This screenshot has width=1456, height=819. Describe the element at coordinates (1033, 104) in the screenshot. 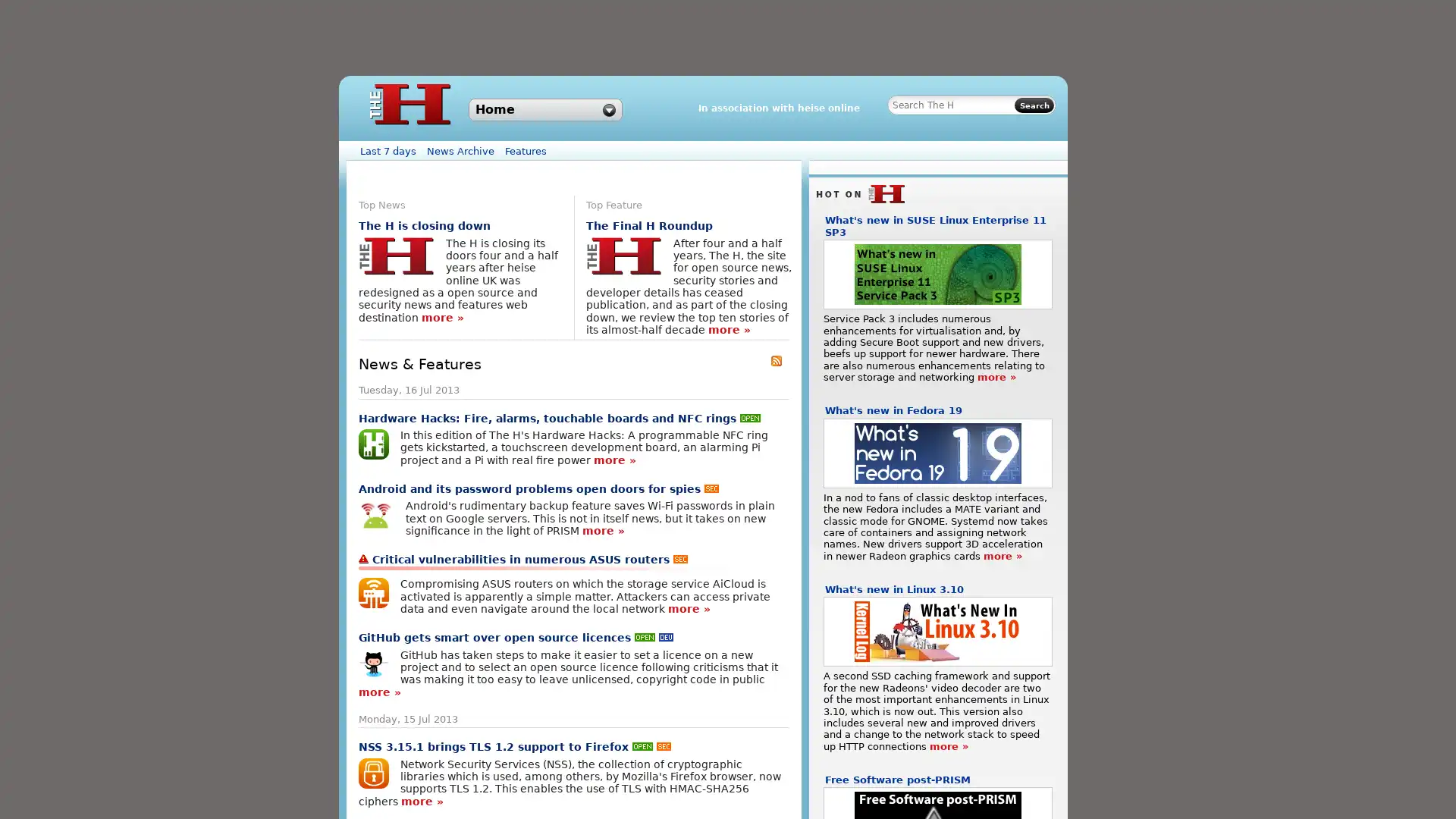

I see `Search` at that location.